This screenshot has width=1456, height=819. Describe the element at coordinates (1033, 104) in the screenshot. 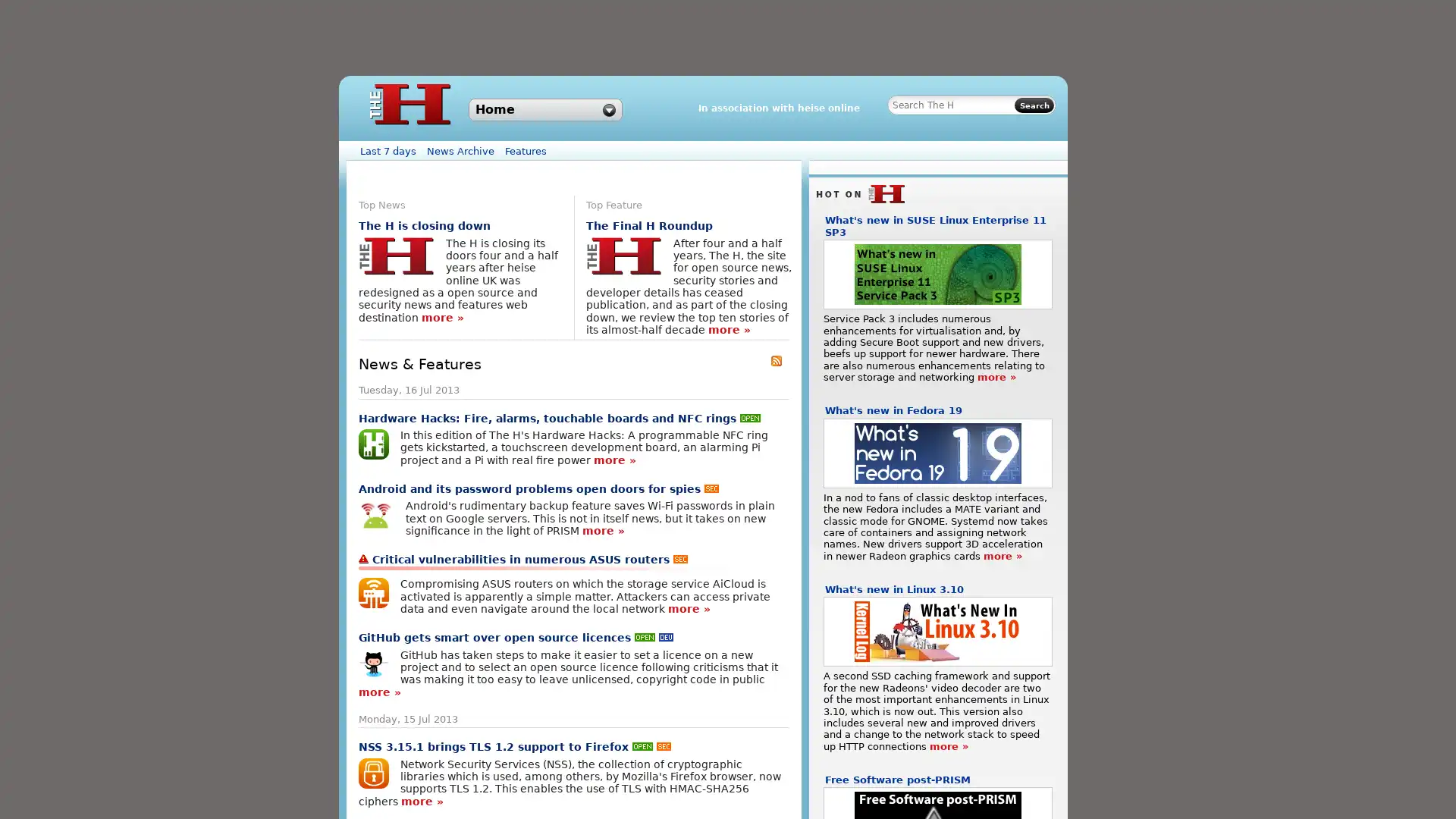

I see `Search` at that location.